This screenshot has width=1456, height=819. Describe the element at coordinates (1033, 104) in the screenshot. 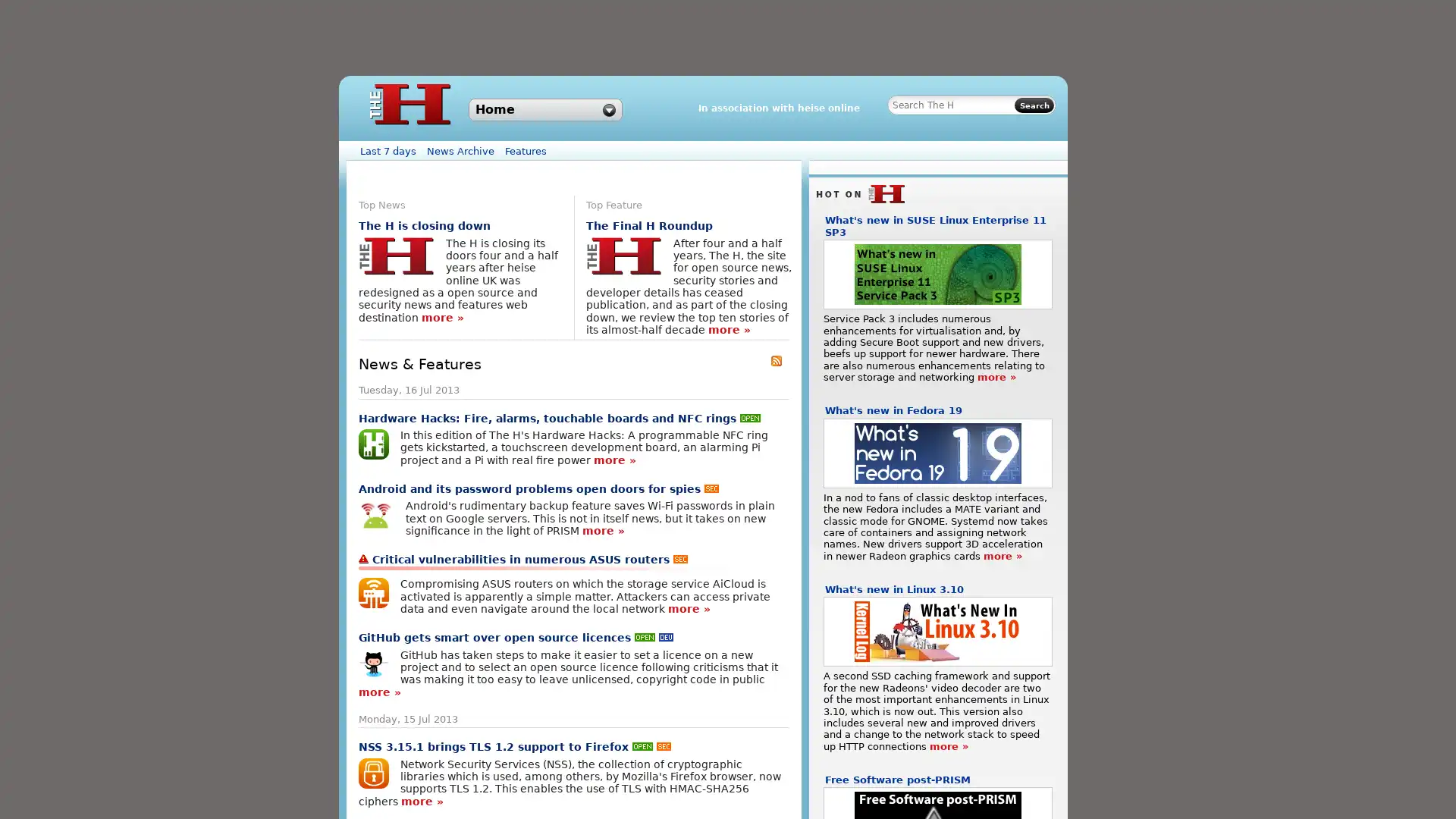

I see `Search` at that location.